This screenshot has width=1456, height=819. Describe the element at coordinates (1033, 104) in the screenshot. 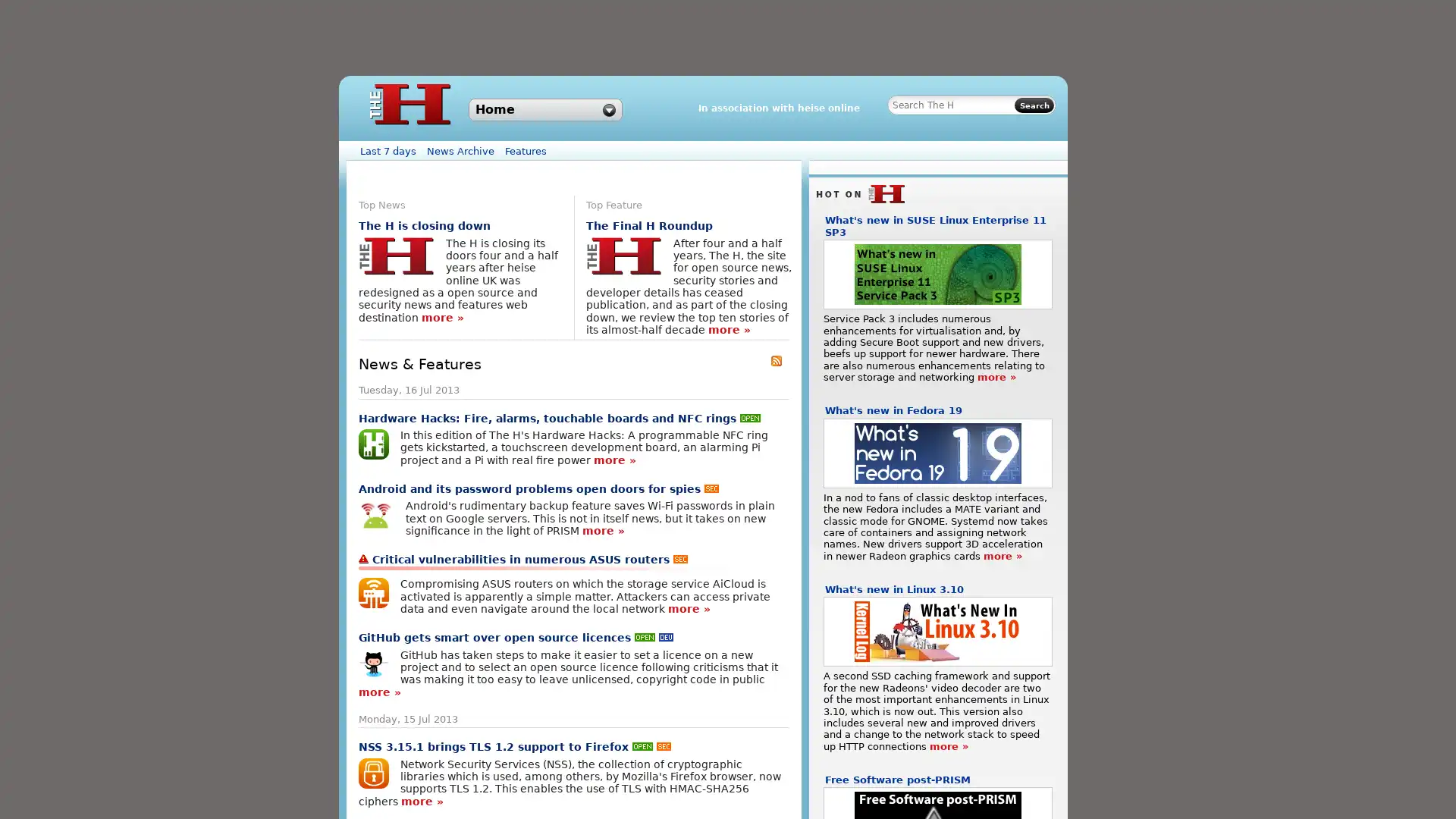

I see `Search` at that location.